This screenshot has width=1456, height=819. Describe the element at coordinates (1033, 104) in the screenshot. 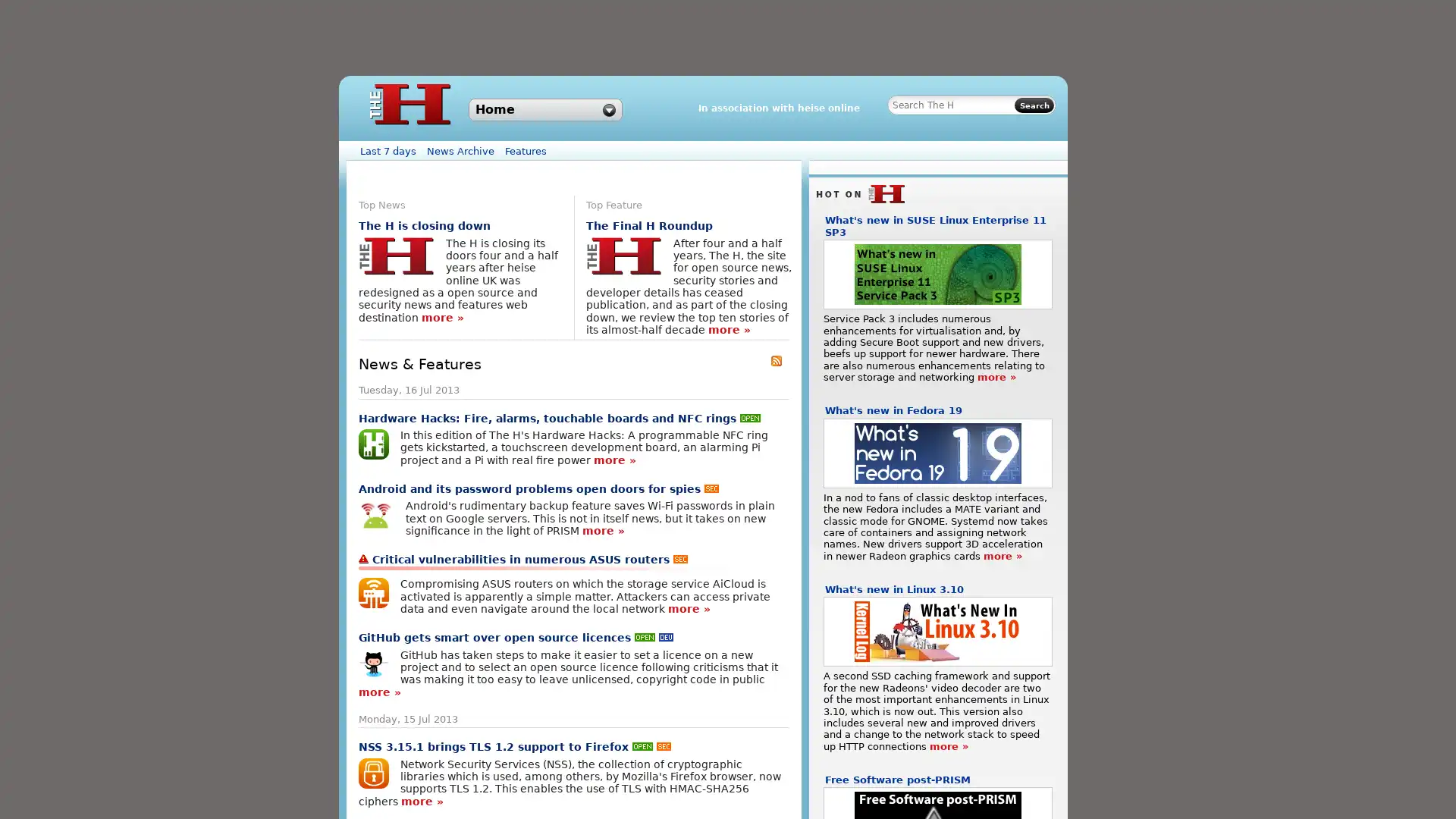

I see `Search` at that location.